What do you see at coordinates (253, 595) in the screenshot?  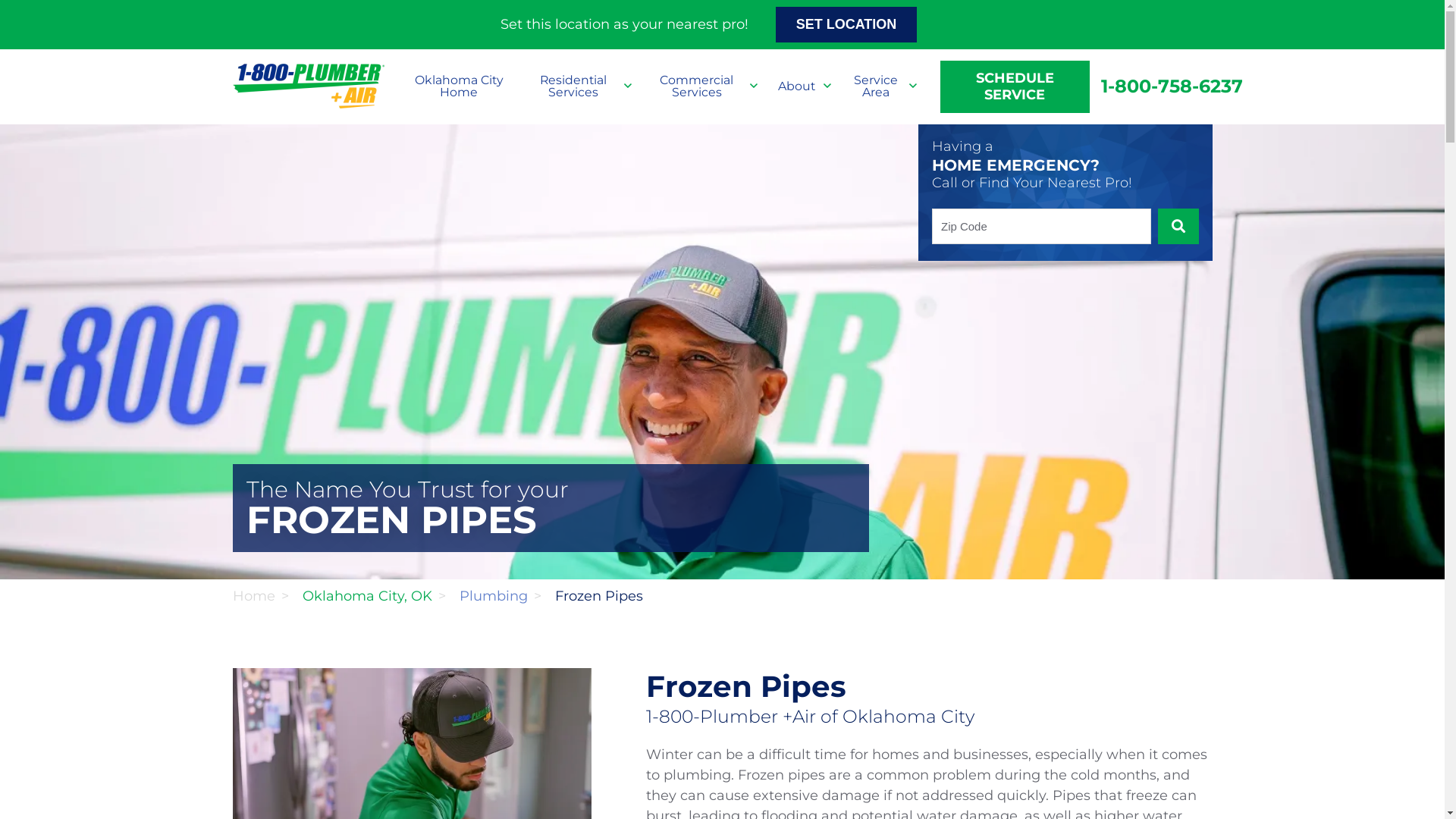 I see `'Home'` at bounding box center [253, 595].